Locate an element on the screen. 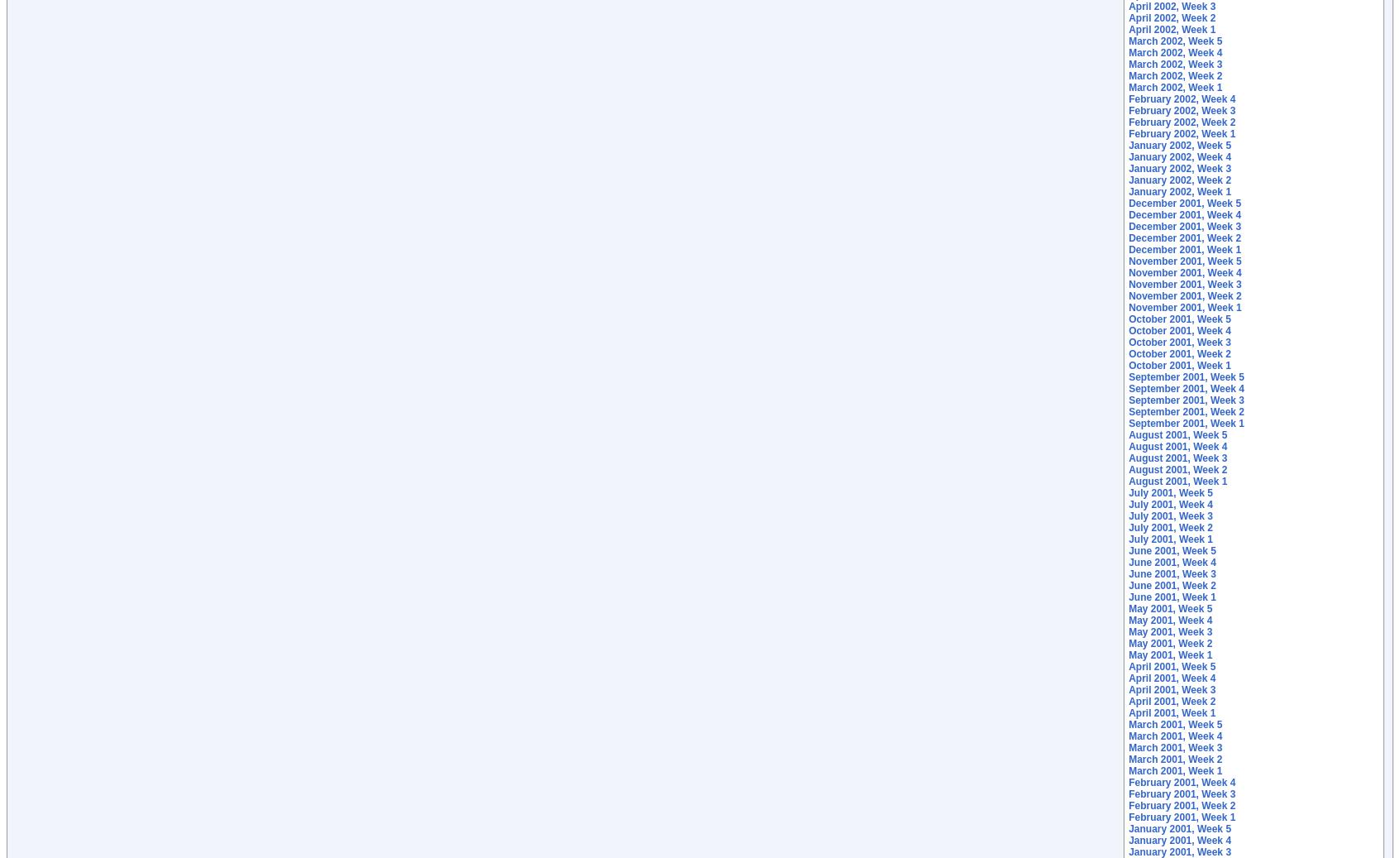  'April 2002, Week 3' is located at coordinates (1128, 5).